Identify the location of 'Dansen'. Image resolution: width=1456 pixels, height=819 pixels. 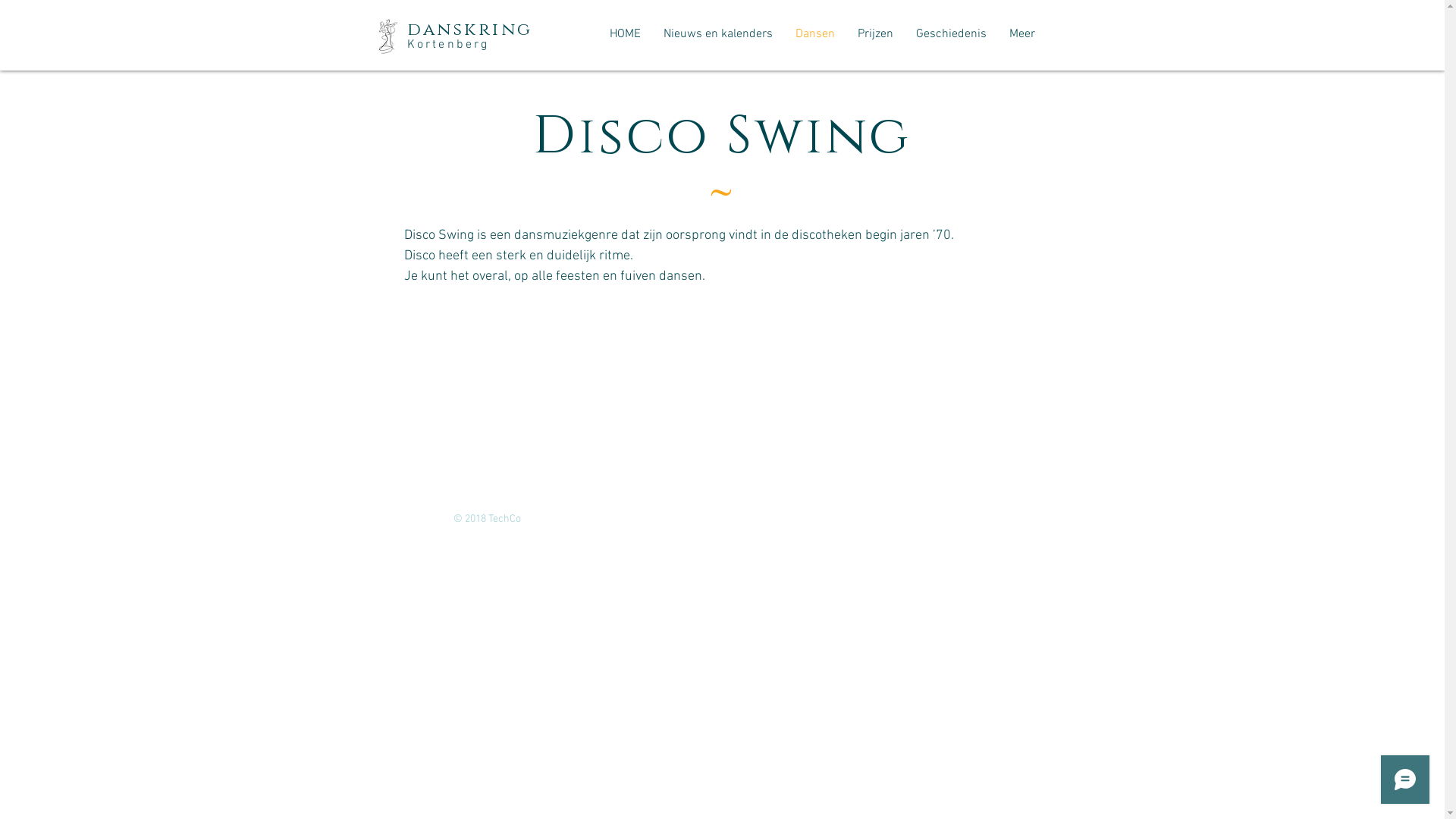
(814, 34).